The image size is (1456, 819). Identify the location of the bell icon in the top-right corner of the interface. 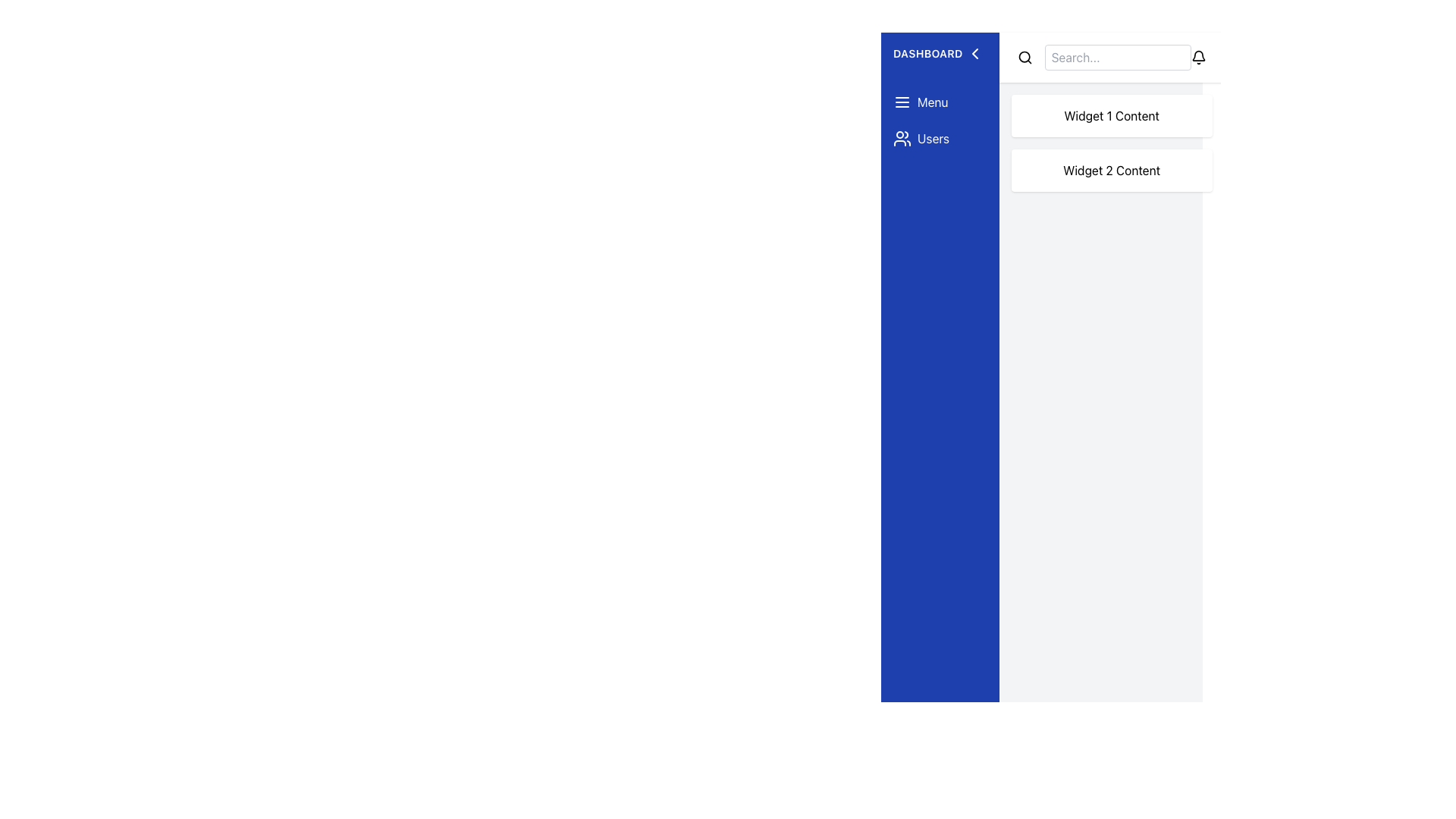
(1197, 57).